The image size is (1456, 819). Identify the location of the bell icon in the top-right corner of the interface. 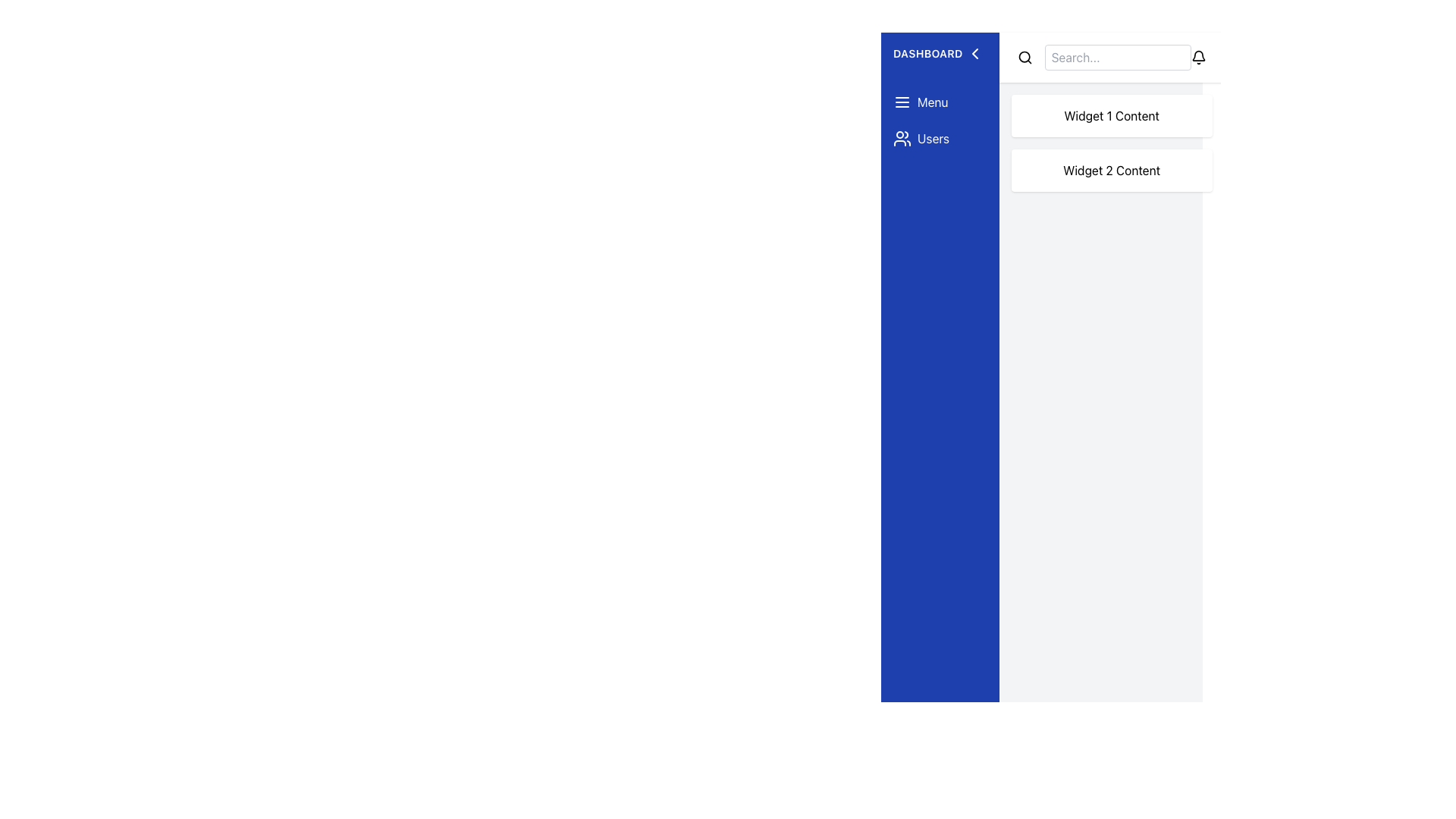
(1197, 57).